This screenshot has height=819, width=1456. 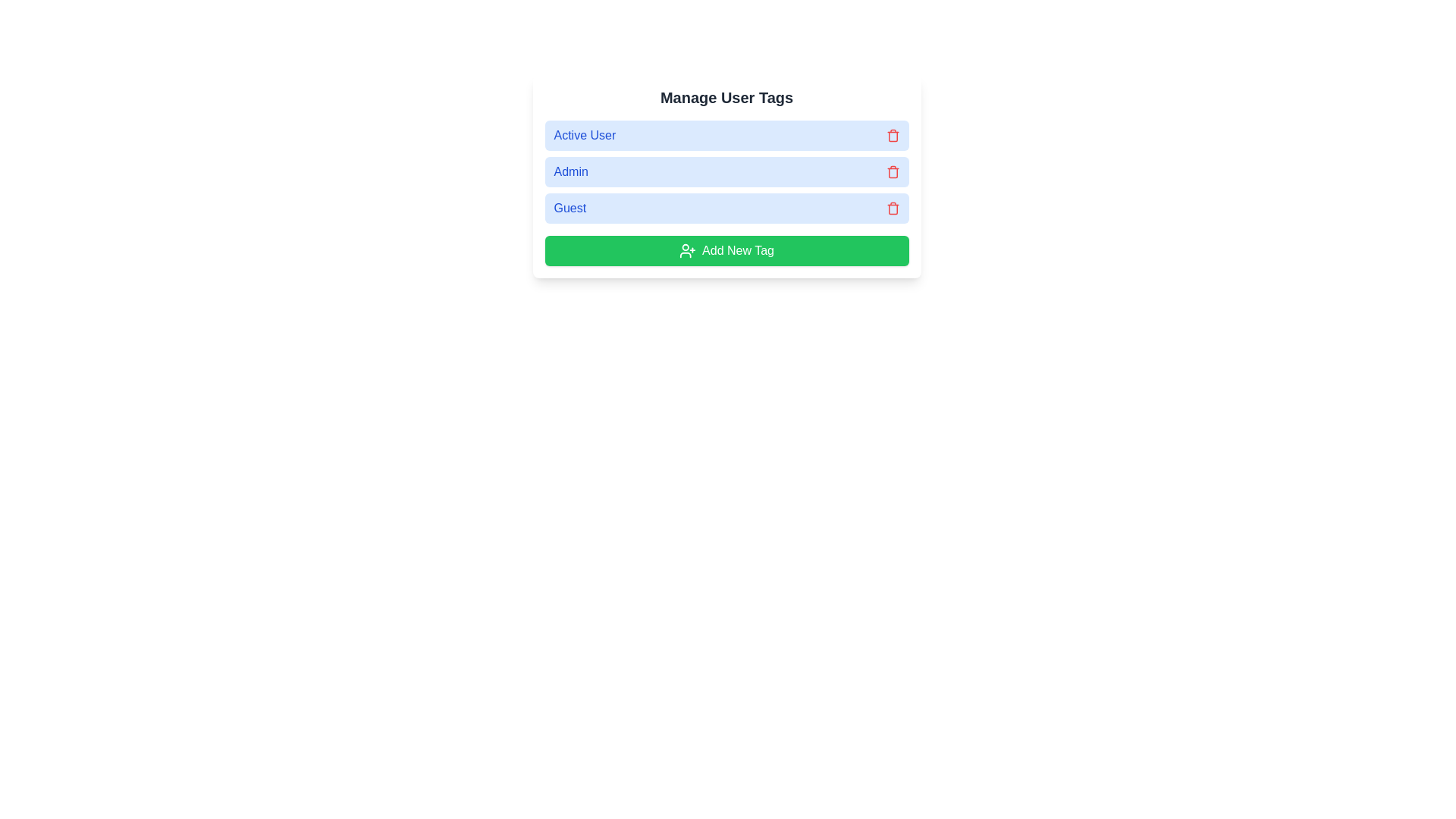 What do you see at coordinates (893, 208) in the screenshot?
I see `the delete button located at the right end of the 'Guest' label row in the 'Manage User Tags' section` at bounding box center [893, 208].